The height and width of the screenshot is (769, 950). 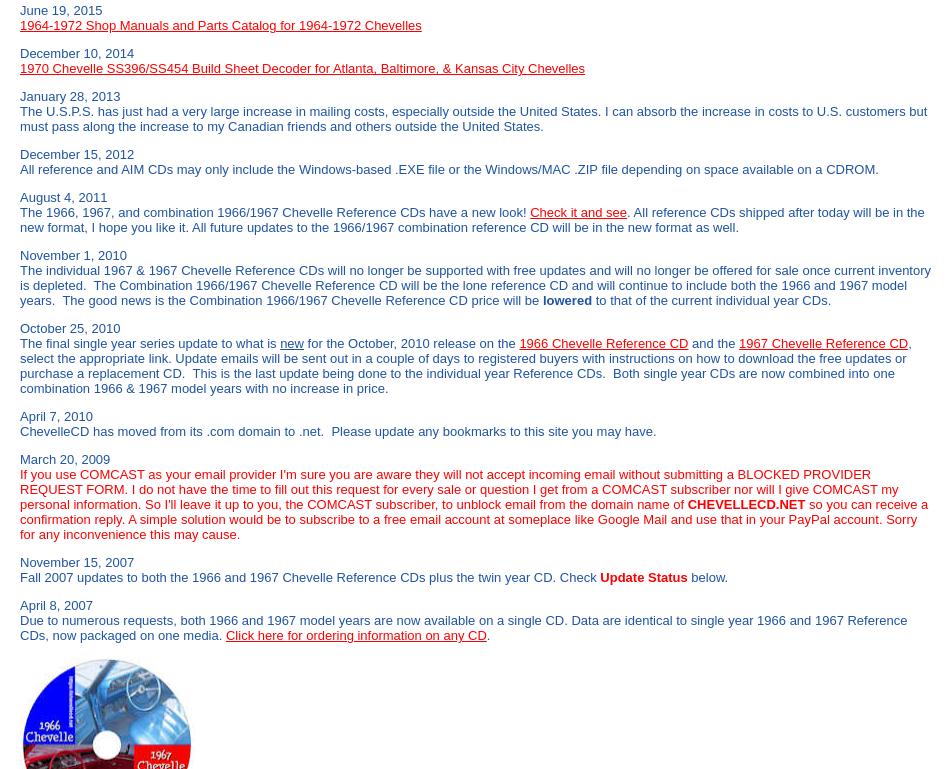 What do you see at coordinates (20, 604) in the screenshot?
I see `'April 8, 2007'` at bounding box center [20, 604].